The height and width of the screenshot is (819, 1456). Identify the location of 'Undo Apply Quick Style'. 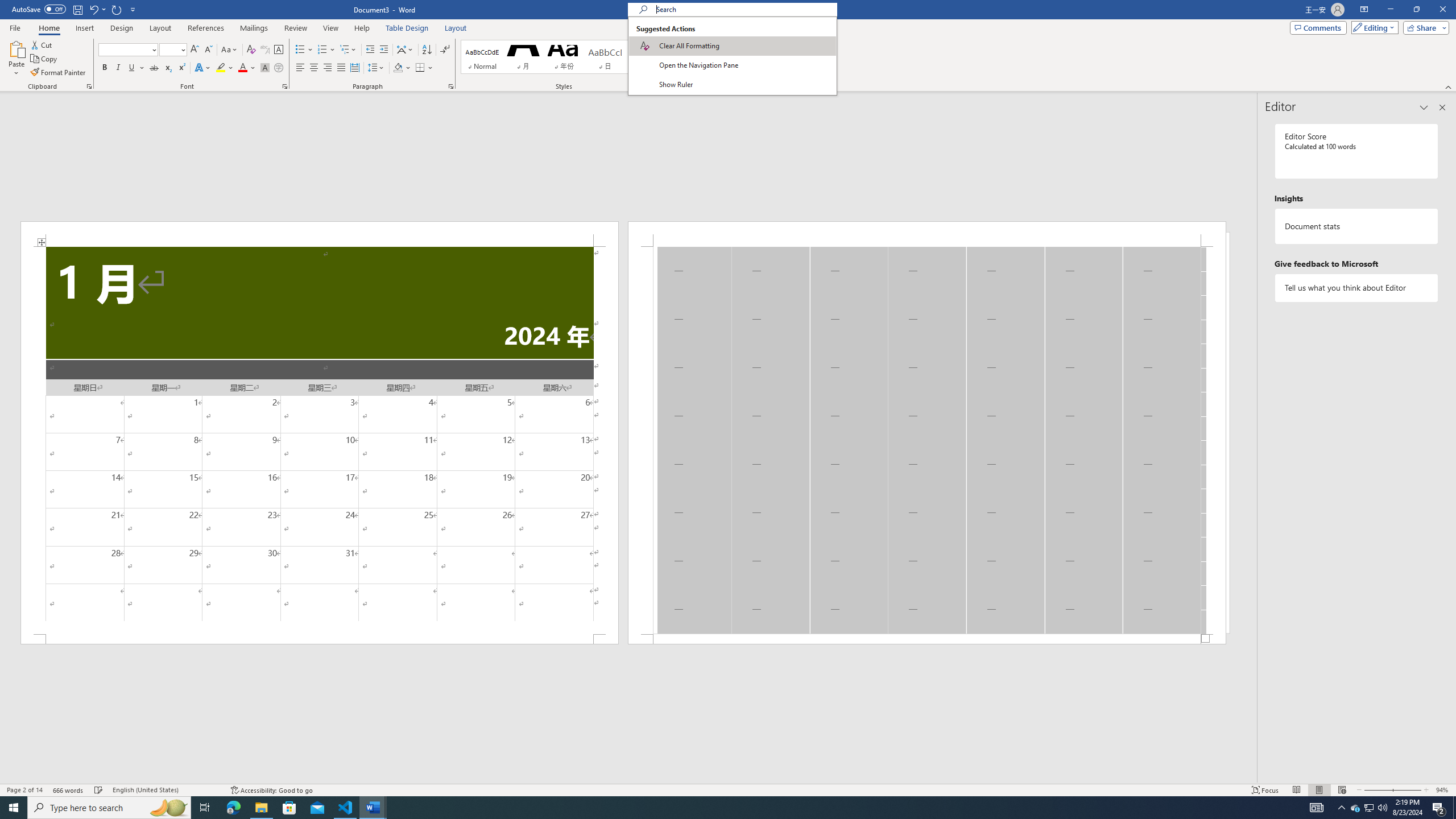
(97, 9).